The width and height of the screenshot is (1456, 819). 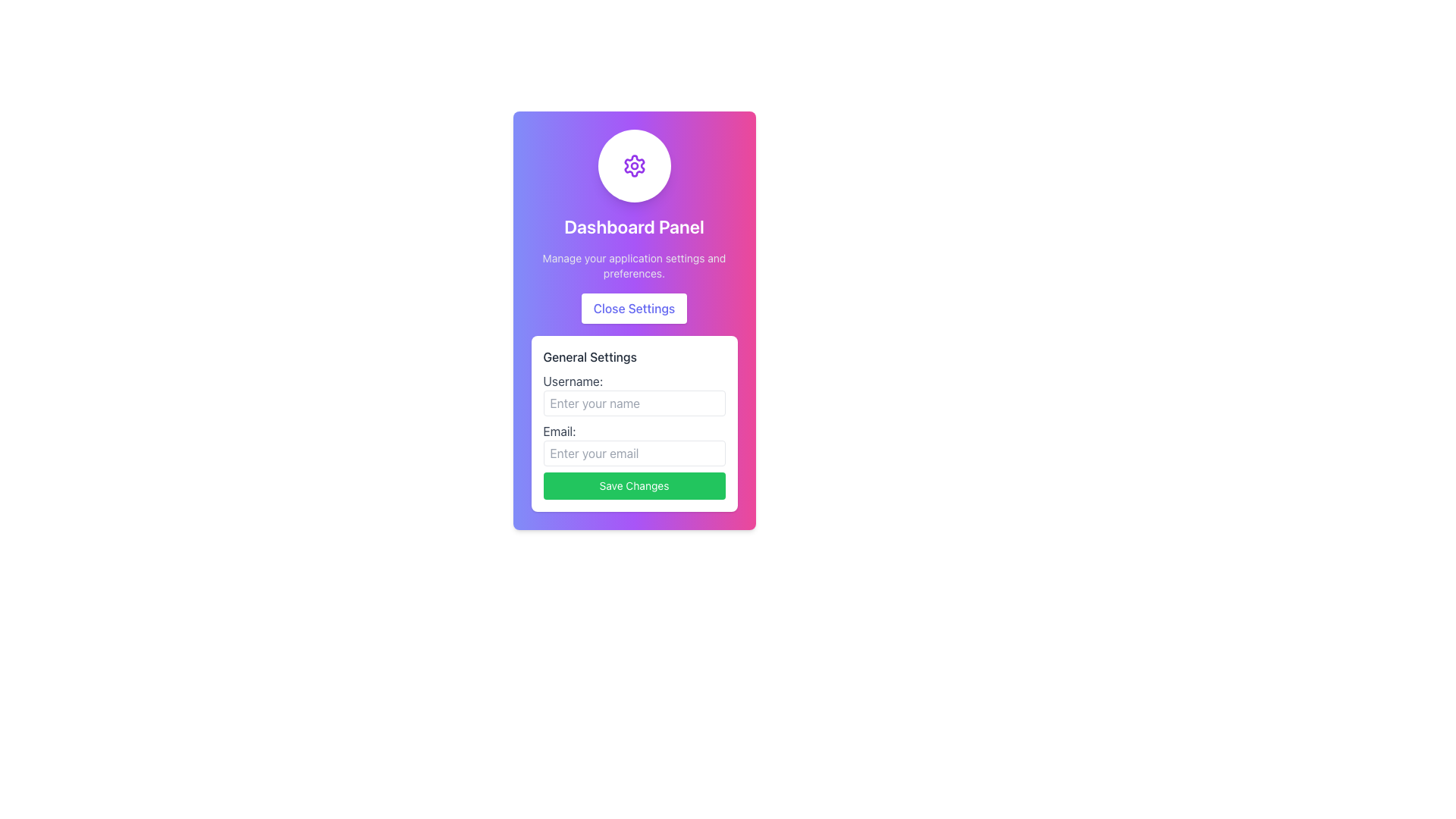 I want to click on the text label displaying 'Manage your application settings and preferences.' which is styled with a small text size and gray color, located between the 'Dashboard Panel' heading and the 'Close Settings' button, so click(x=634, y=265).